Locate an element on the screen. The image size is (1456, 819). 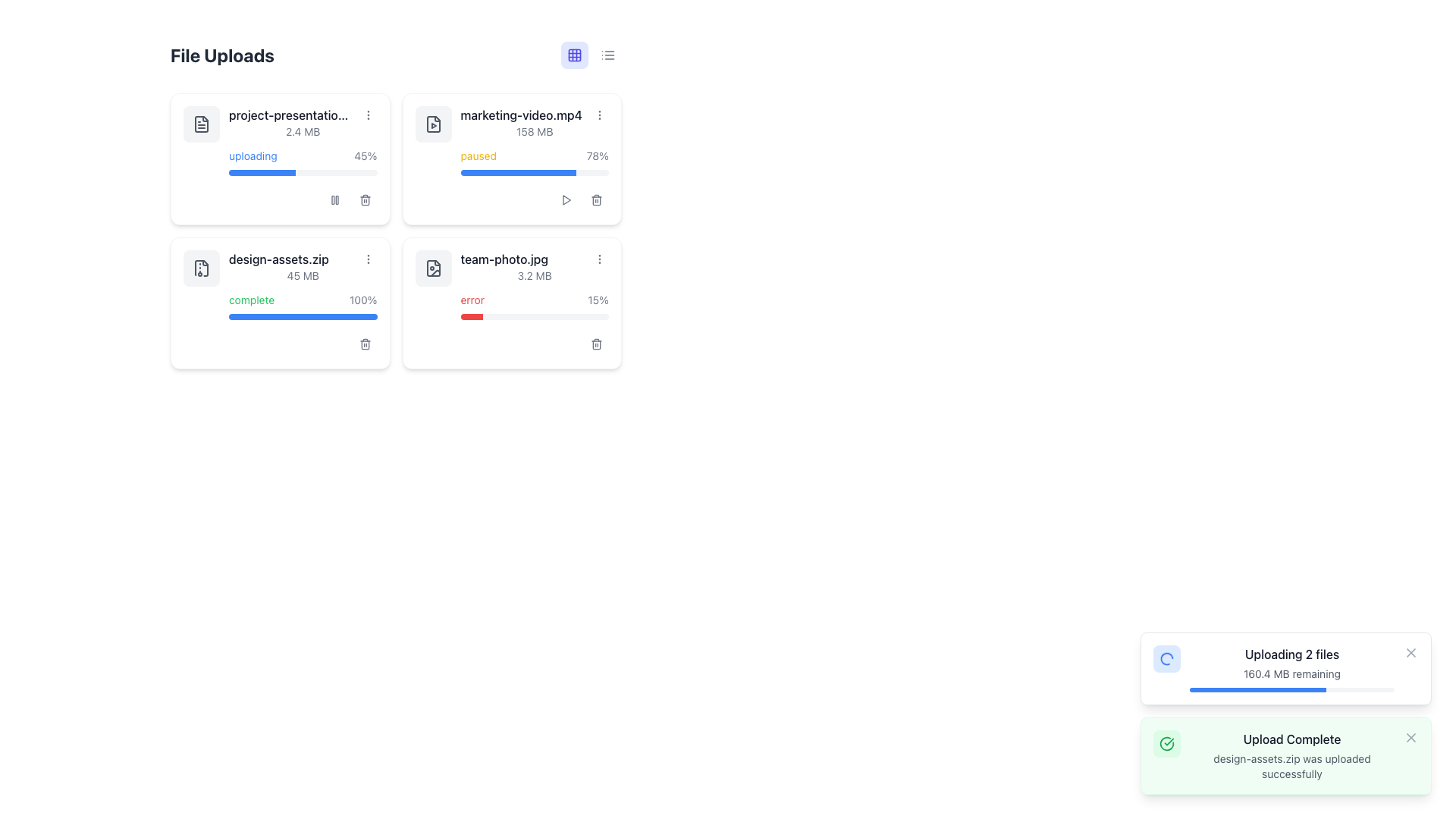
the Text Display showing '15%' located in the lower right quadrant of the card labeled 'team-photo.jpg' to assess the error details is located at coordinates (598, 300).